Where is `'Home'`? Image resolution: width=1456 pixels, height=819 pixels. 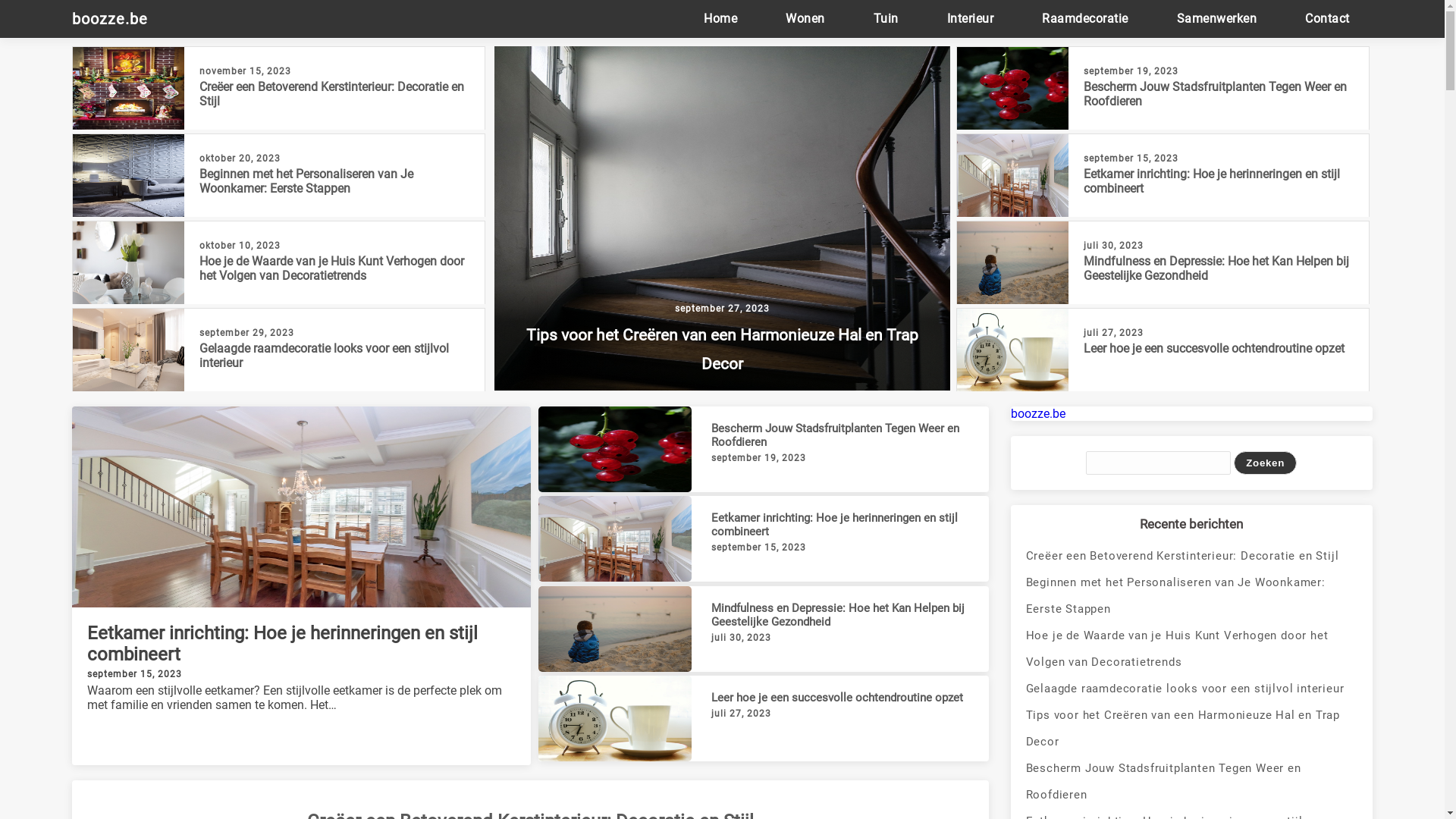 'Home' is located at coordinates (720, 18).